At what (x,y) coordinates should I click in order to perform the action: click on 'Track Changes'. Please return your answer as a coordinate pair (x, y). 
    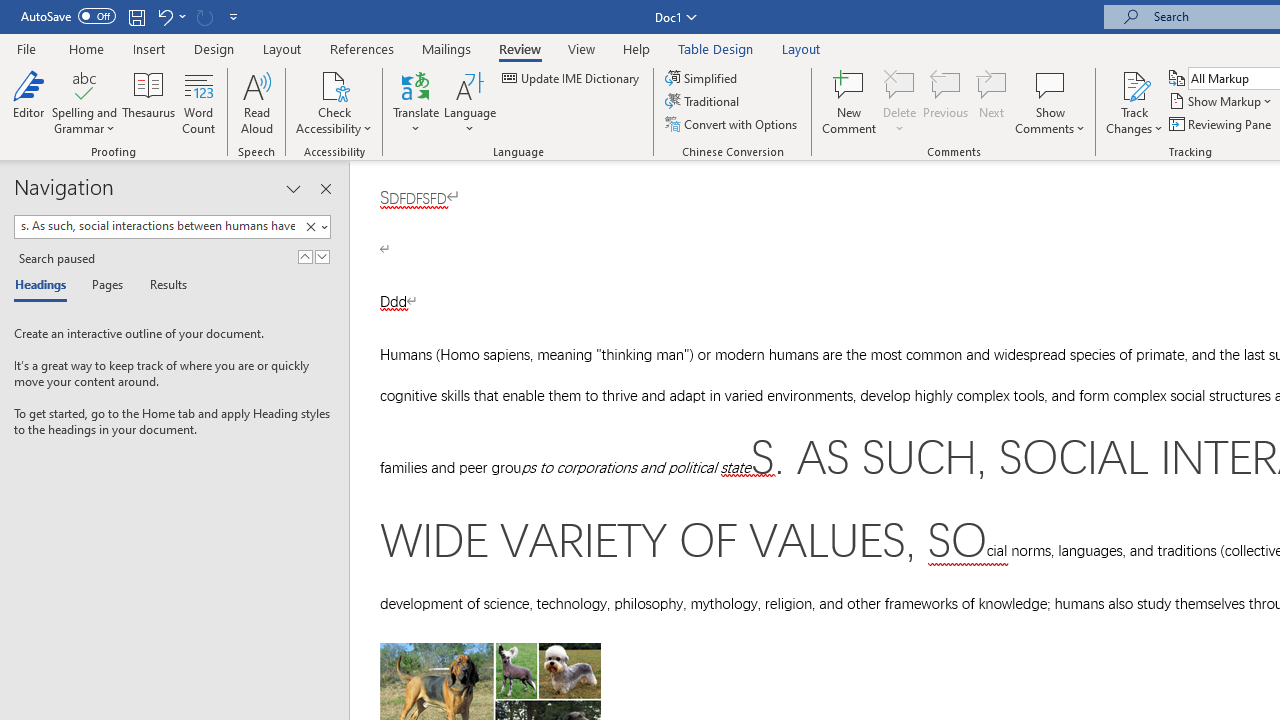
    Looking at the image, I should click on (1134, 84).